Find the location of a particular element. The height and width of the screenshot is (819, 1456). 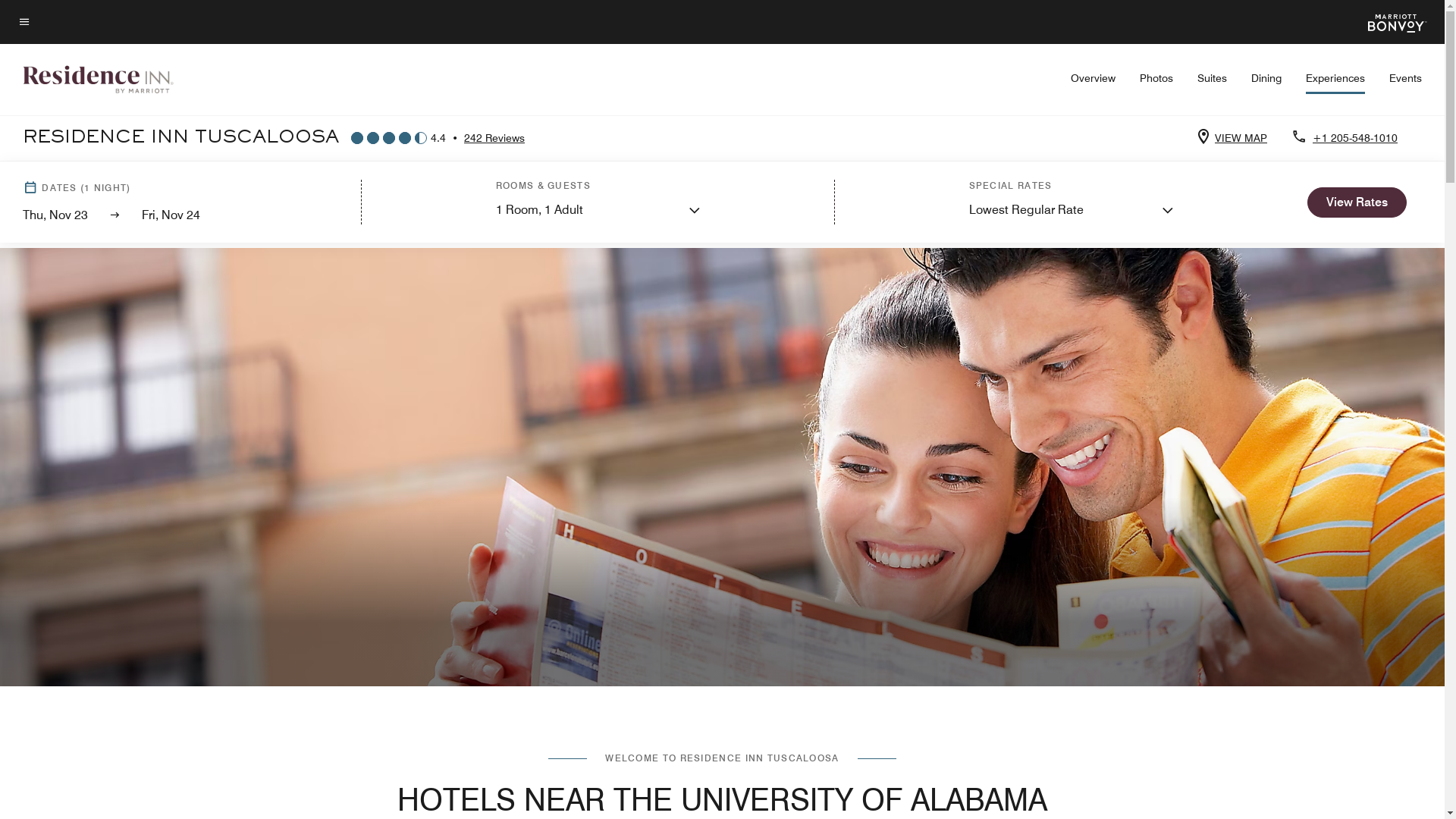

'Dining' is located at coordinates (1266, 78).